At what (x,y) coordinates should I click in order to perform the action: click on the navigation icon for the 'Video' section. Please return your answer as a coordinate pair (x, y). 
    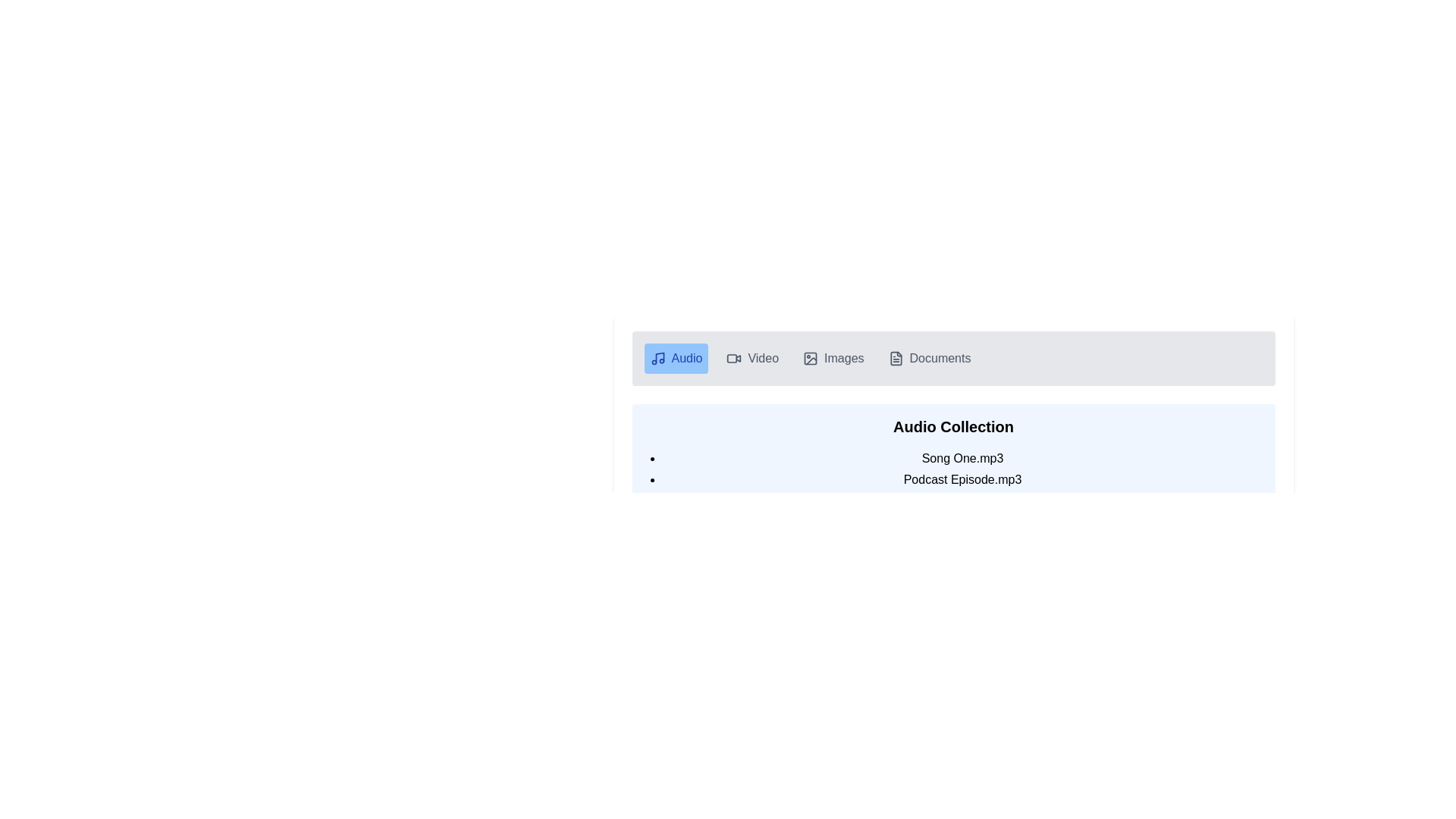
    Looking at the image, I should click on (734, 359).